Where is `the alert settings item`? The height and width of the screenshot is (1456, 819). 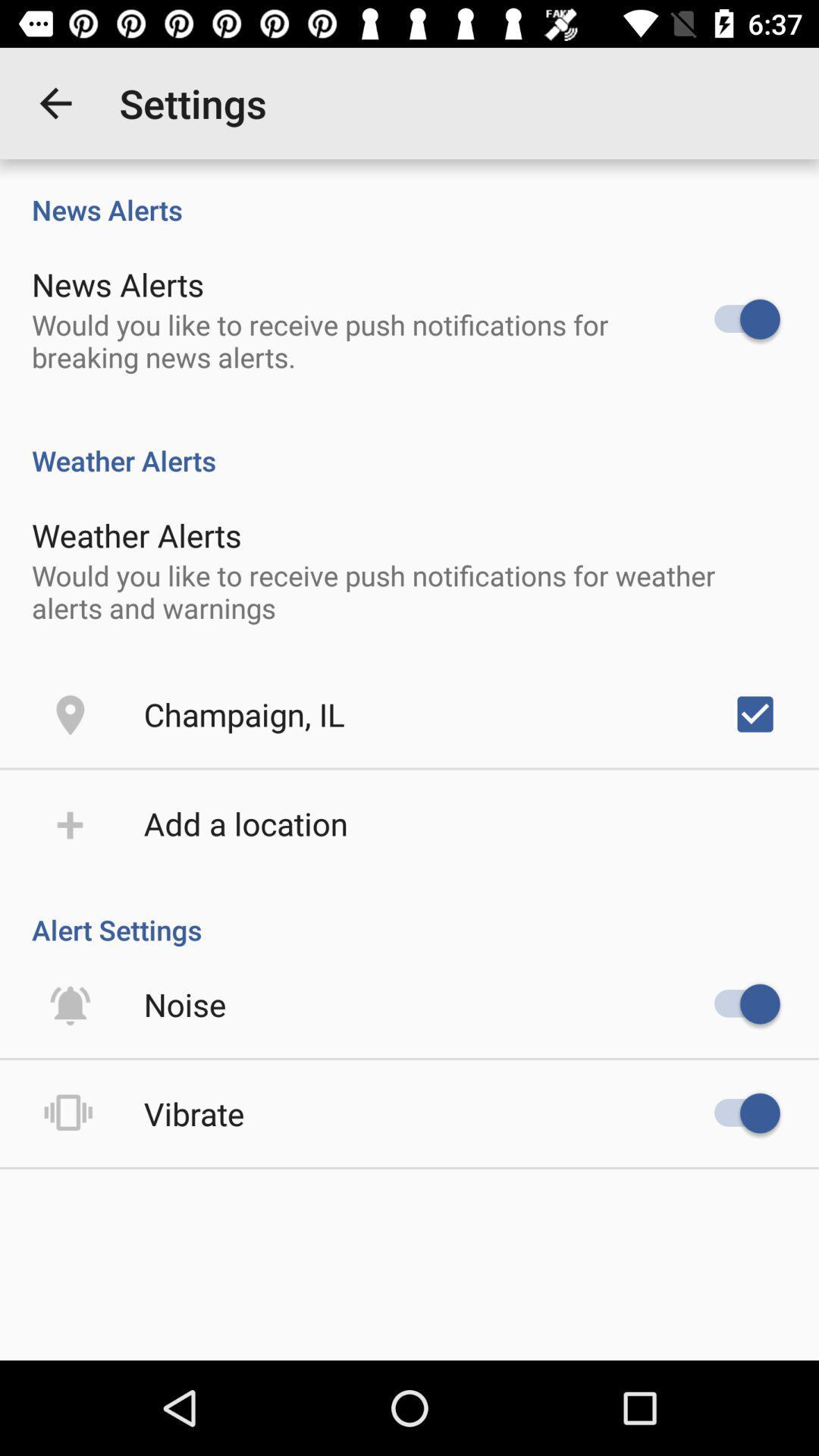
the alert settings item is located at coordinates (409, 913).